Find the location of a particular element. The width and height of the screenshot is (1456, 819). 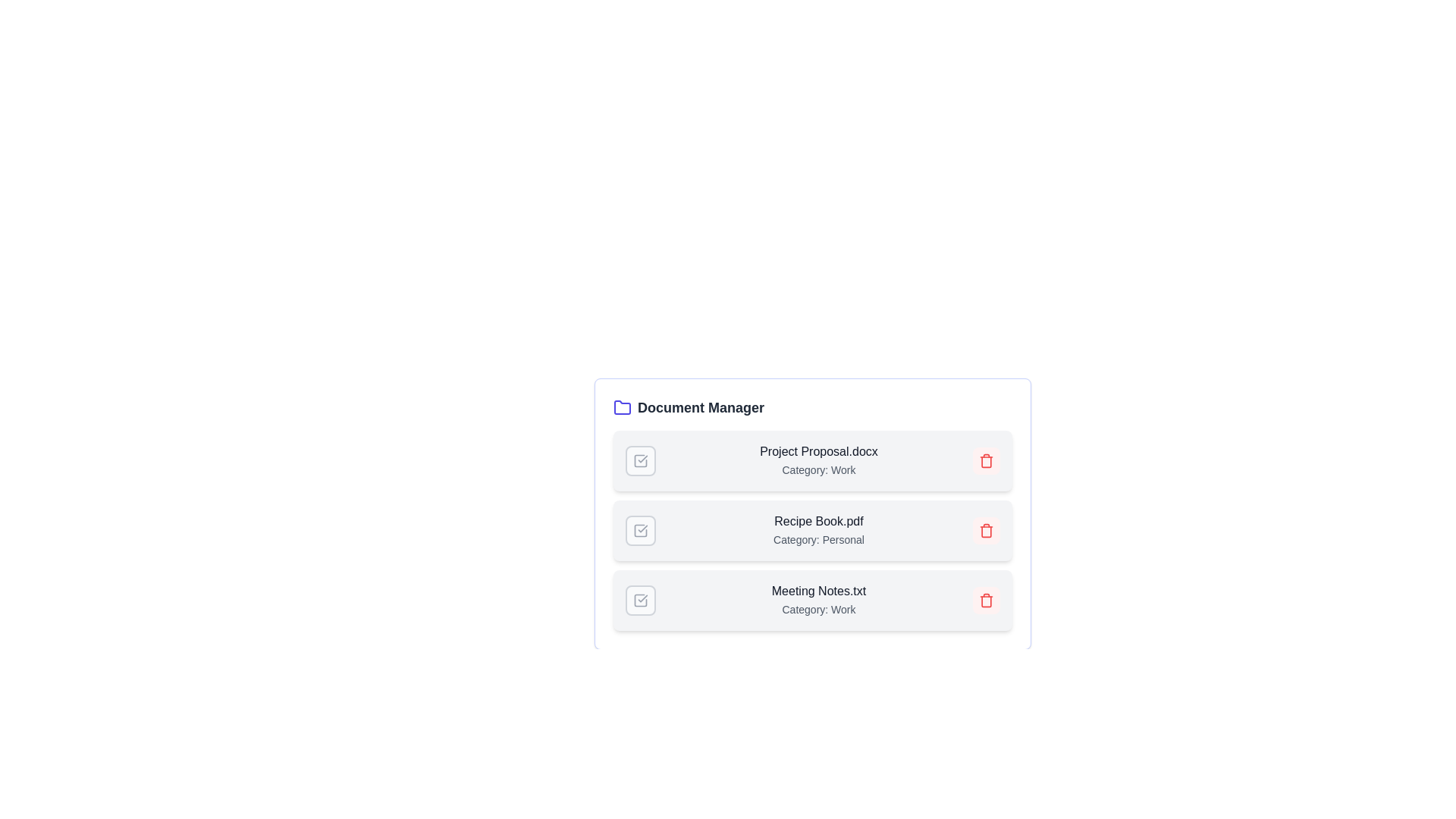

the blue folder icon located to the top-left of the 'Document Manager' label is located at coordinates (622, 406).